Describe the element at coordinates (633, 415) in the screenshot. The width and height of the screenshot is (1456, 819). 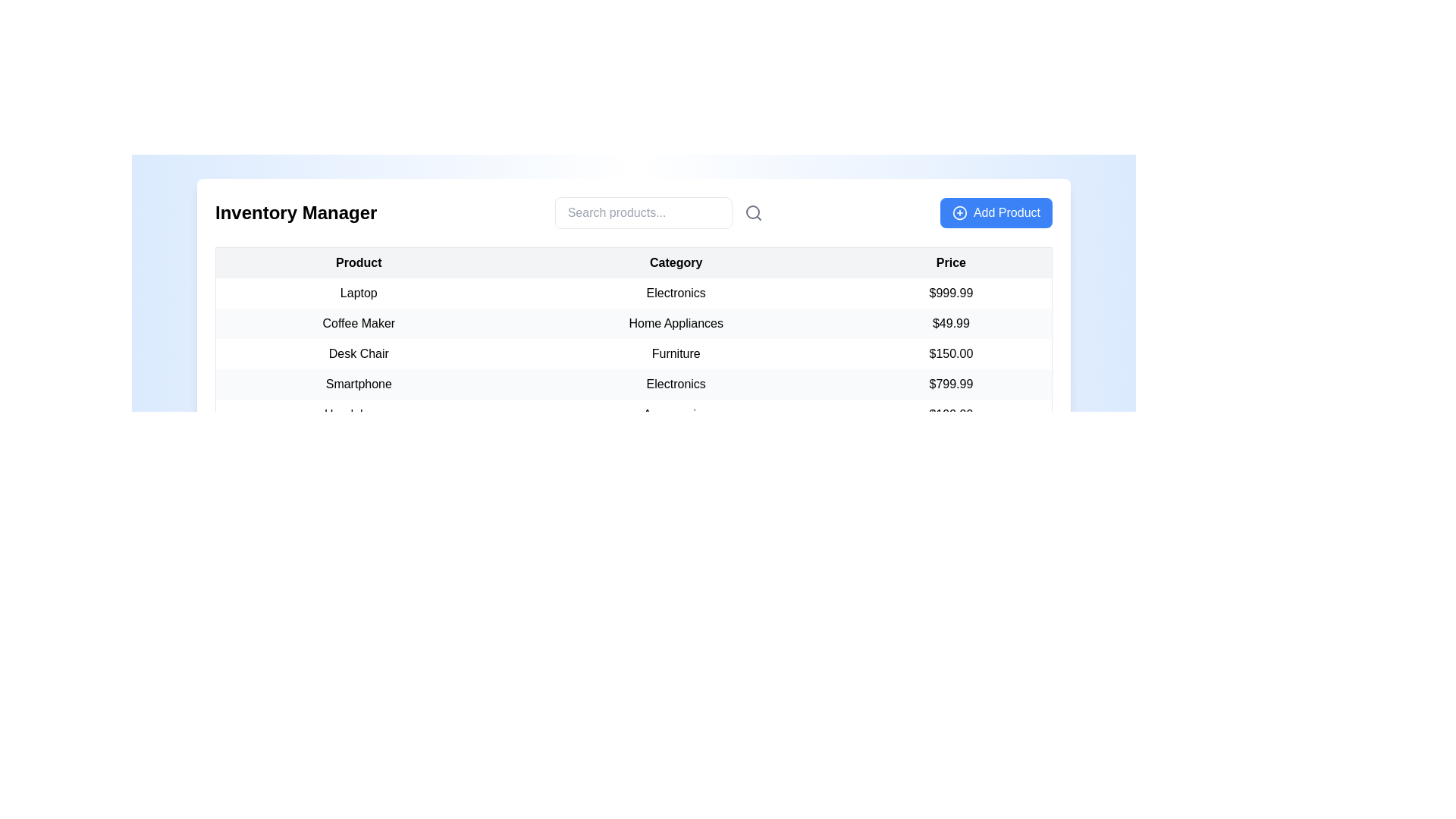
I see `information presented in the last visible table row containing 'Headphones' under 'Accessories' priced at '$199.99.'` at that location.